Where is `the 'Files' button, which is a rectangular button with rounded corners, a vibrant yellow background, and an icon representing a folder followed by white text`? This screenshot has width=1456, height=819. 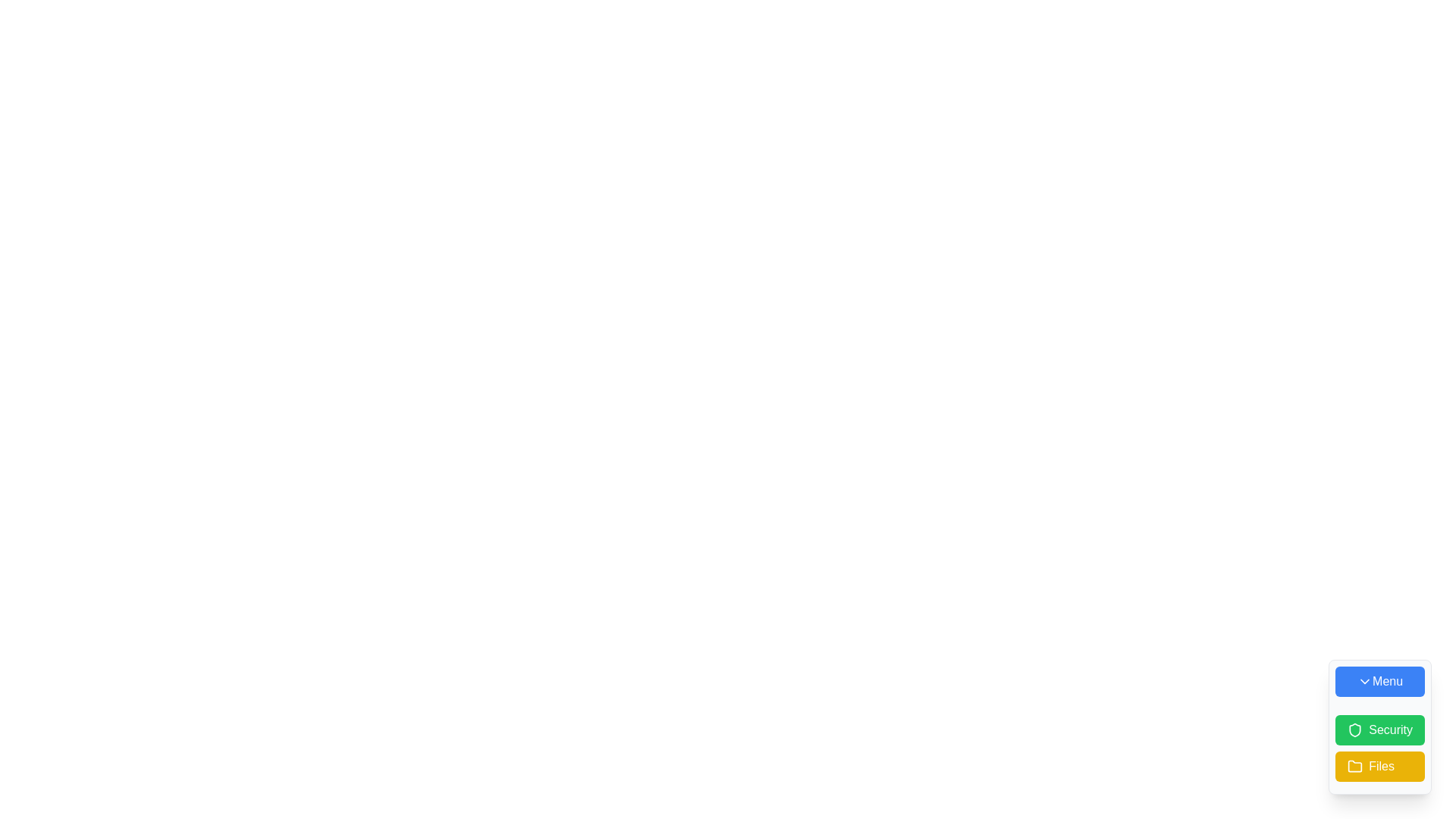 the 'Files' button, which is a rectangular button with rounded corners, a vibrant yellow background, and an icon representing a folder followed by white text is located at coordinates (1379, 766).